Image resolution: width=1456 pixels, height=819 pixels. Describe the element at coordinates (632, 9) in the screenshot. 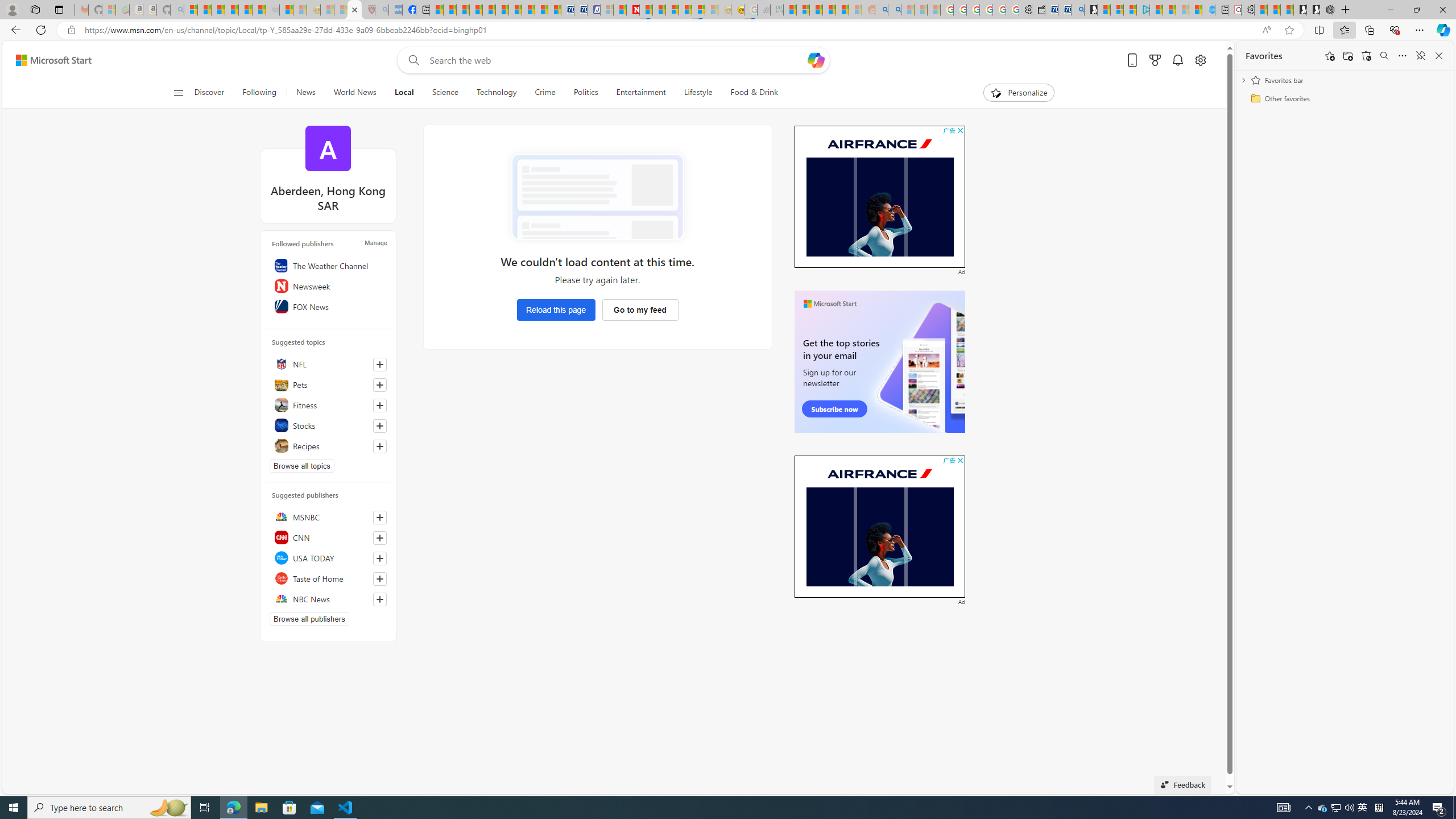

I see `'Latest Politics News & Archive | Newsweek.com'` at that location.